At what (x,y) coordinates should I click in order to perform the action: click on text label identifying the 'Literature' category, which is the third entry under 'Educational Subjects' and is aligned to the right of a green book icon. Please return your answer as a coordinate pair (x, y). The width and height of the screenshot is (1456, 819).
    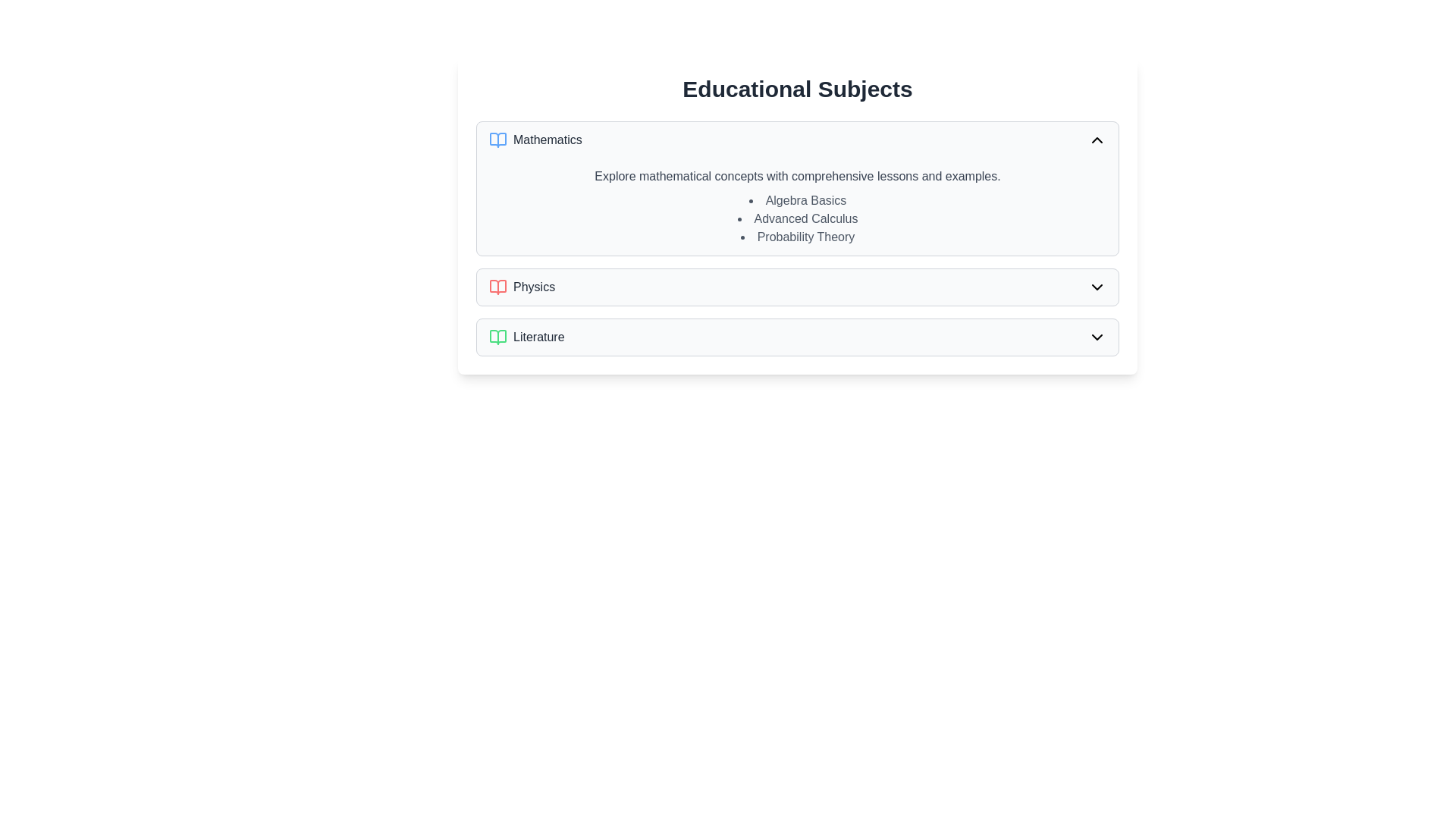
    Looking at the image, I should click on (538, 336).